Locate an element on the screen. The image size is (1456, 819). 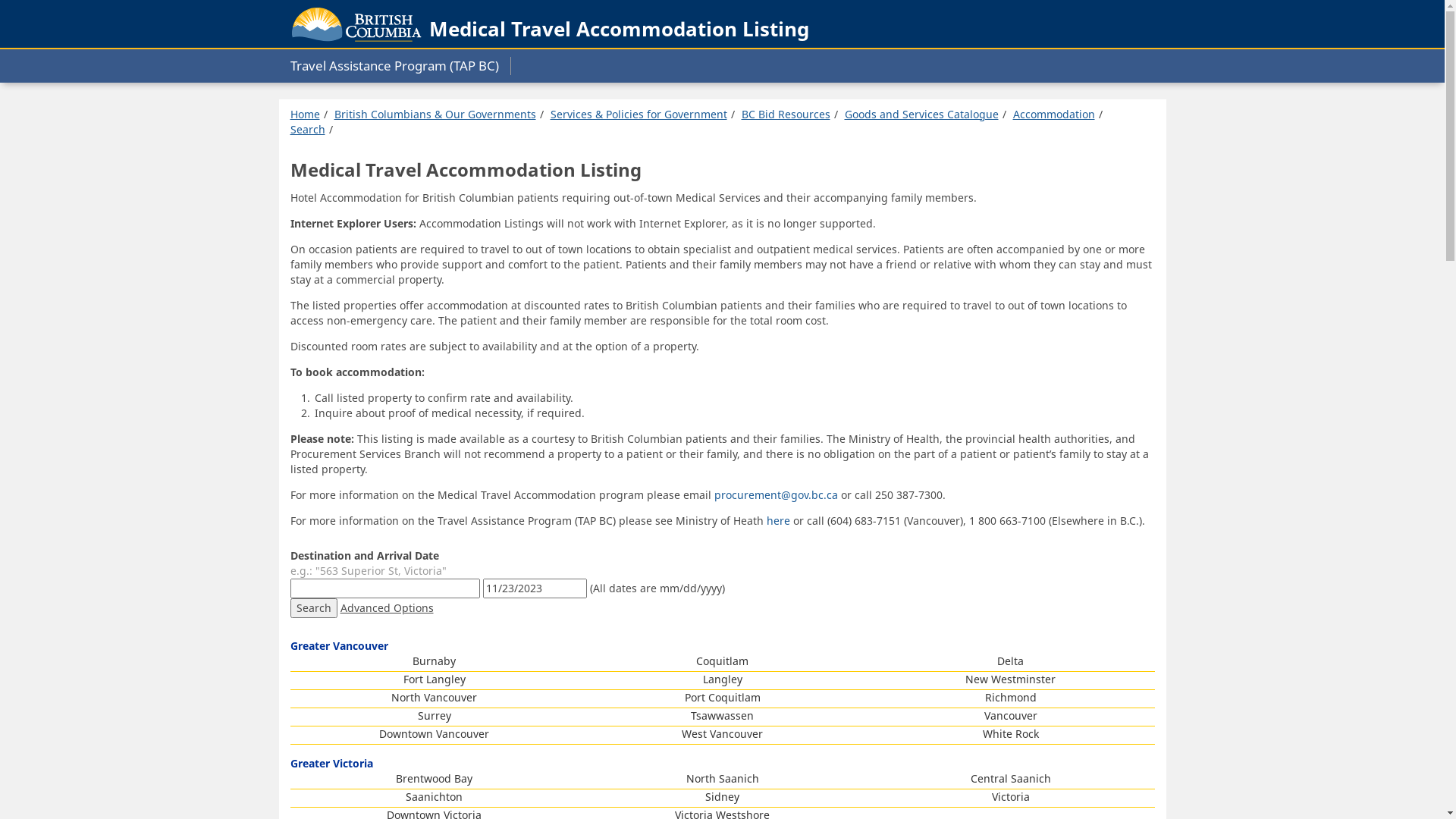
'New Westminster' is located at coordinates (1010, 678).